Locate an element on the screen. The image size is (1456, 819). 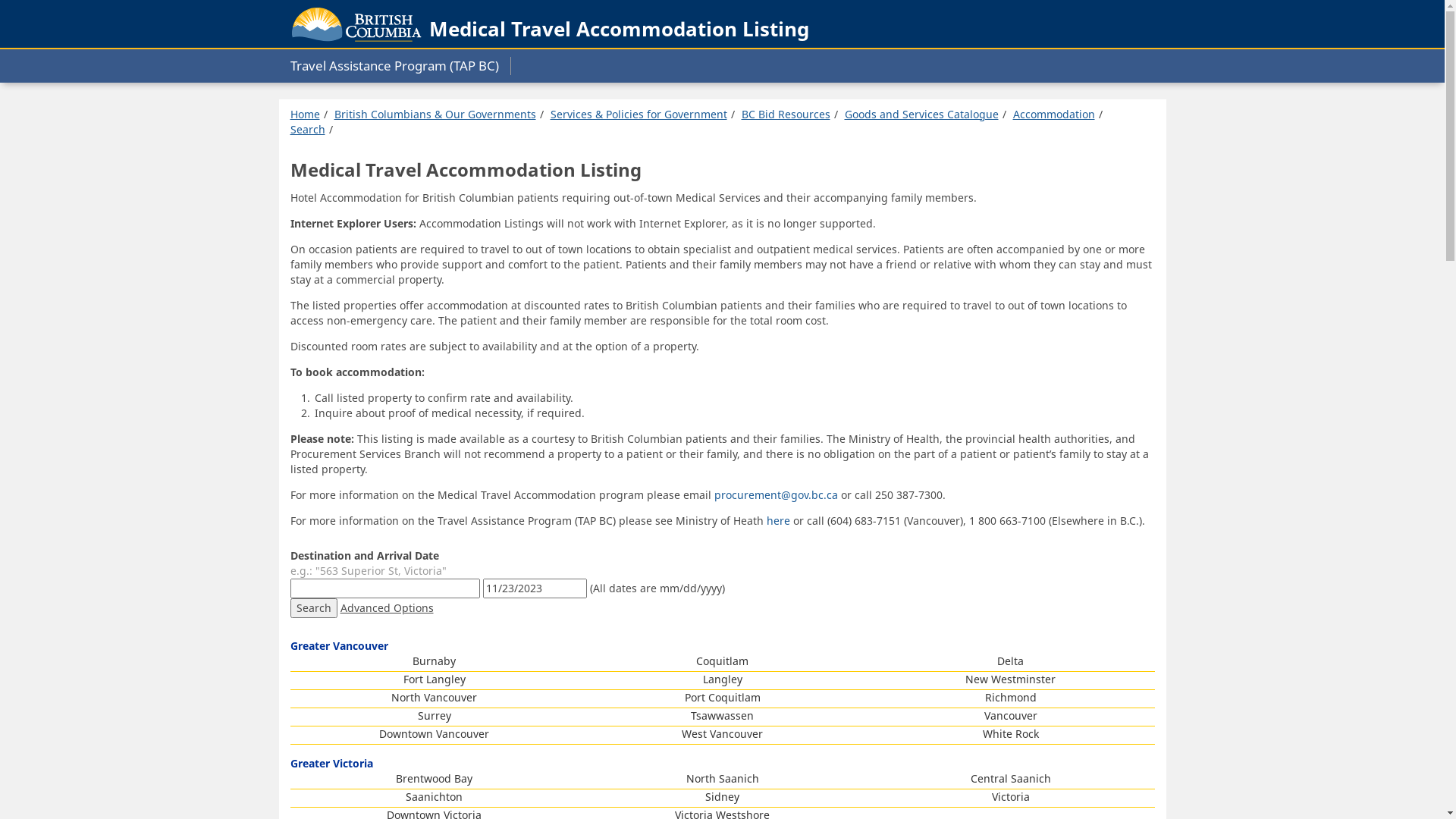
'New Westminster' is located at coordinates (1010, 678).